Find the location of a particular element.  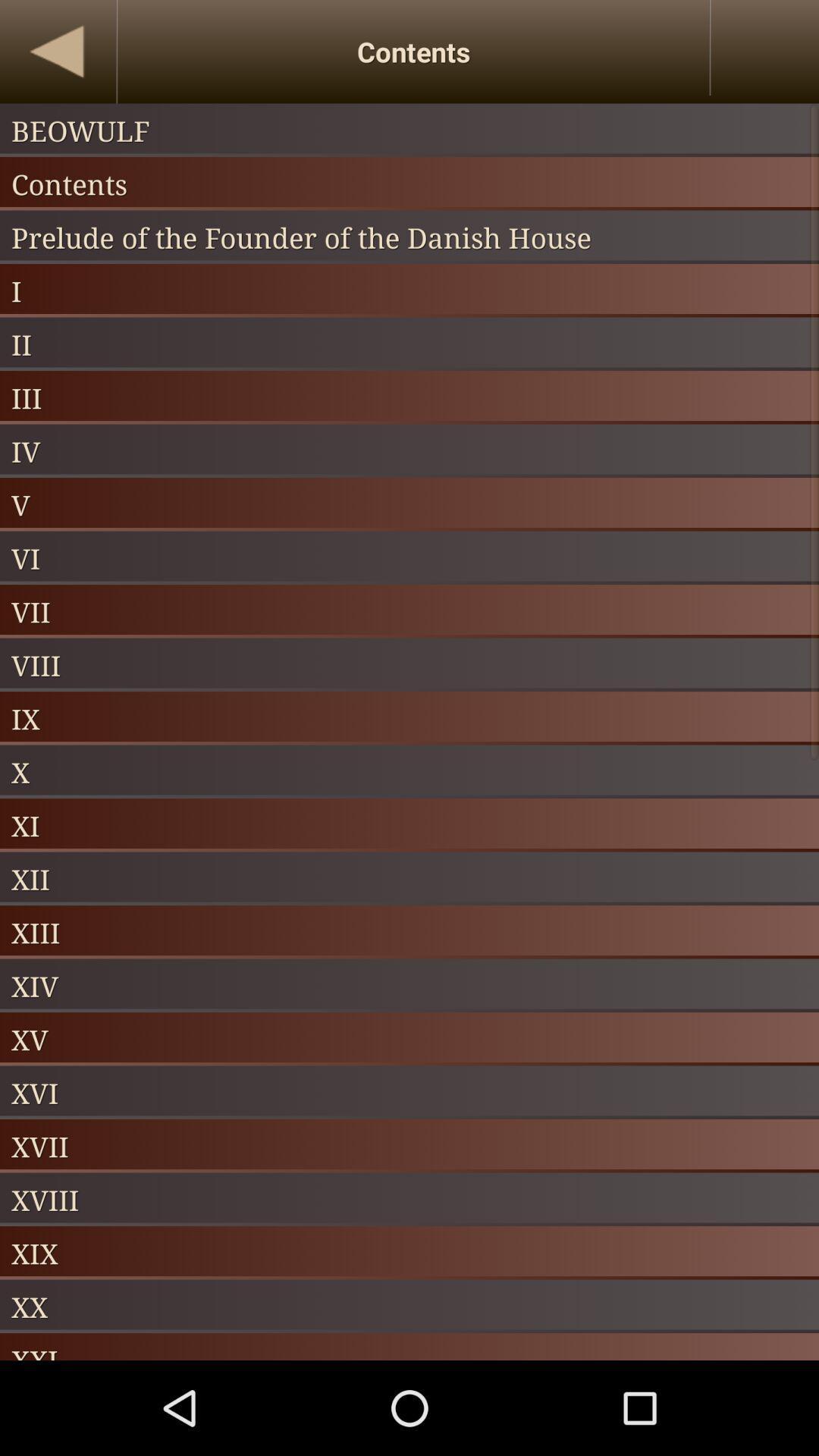

the app below the xv is located at coordinates (409, 1093).